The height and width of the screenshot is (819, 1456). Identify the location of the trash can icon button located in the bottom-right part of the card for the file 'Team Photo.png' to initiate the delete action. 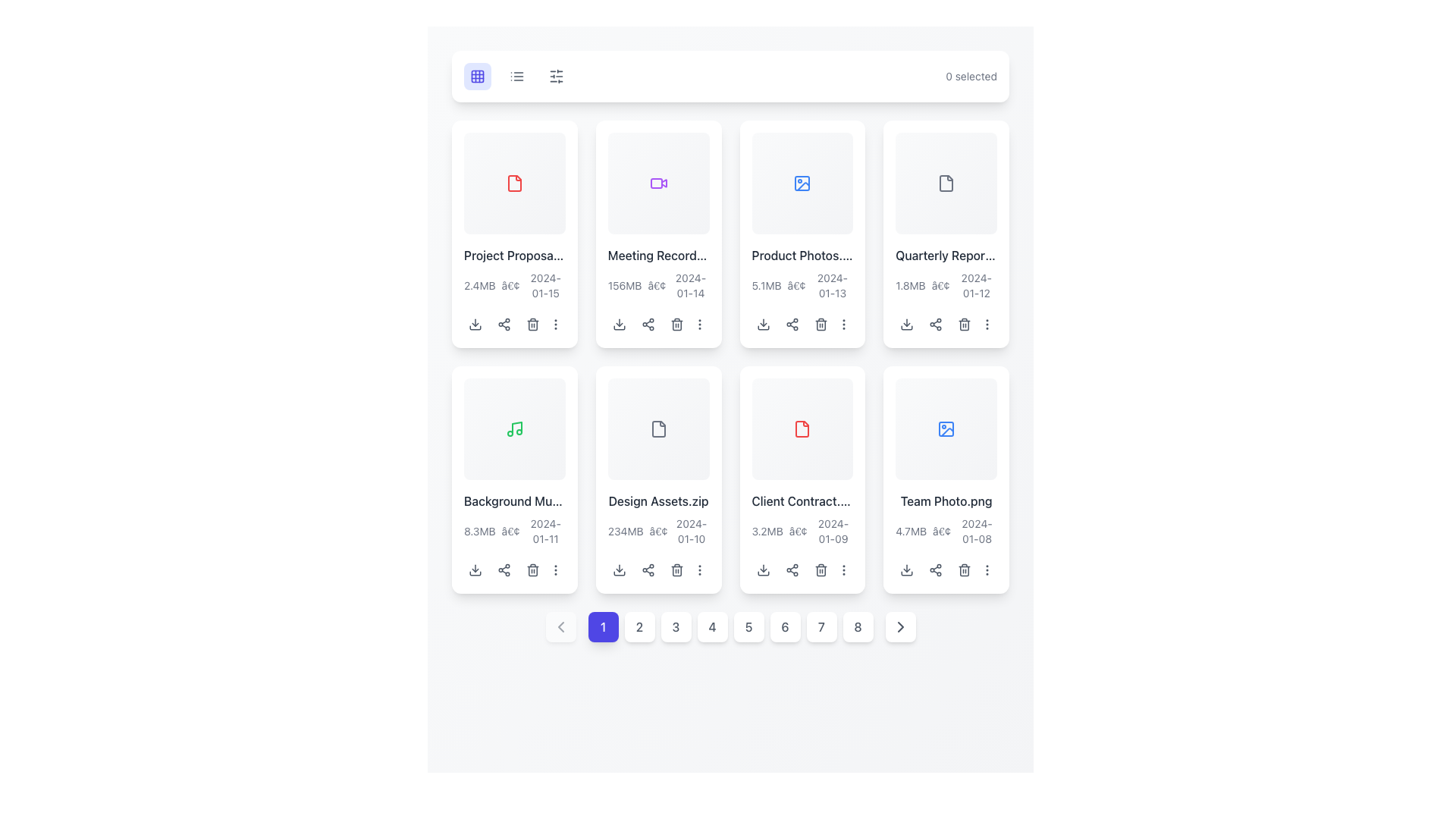
(964, 570).